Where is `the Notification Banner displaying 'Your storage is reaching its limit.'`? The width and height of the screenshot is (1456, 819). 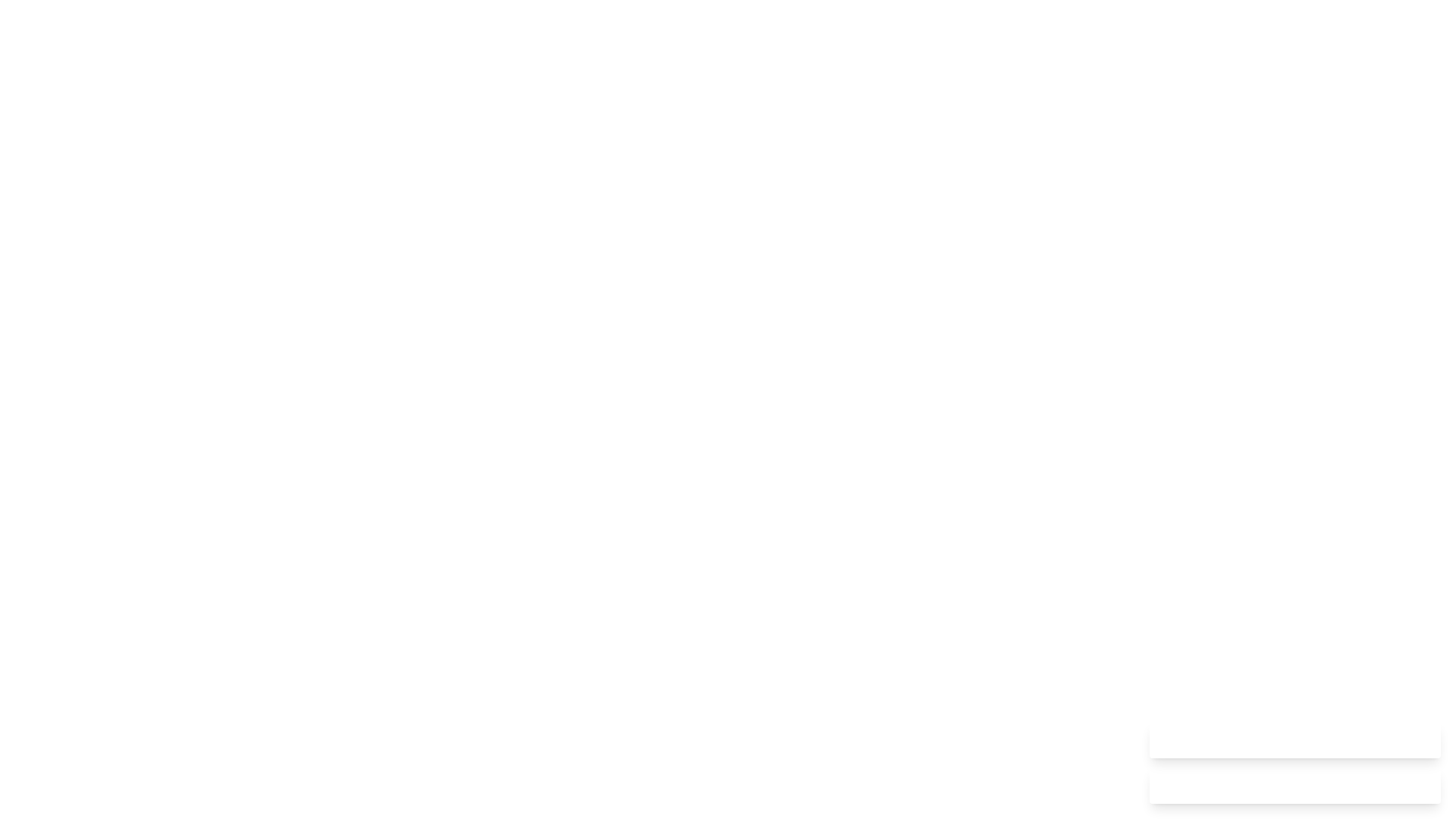 the Notification Banner displaying 'Your storage is reaching its limit.' is located at coordinates (1294, 785).